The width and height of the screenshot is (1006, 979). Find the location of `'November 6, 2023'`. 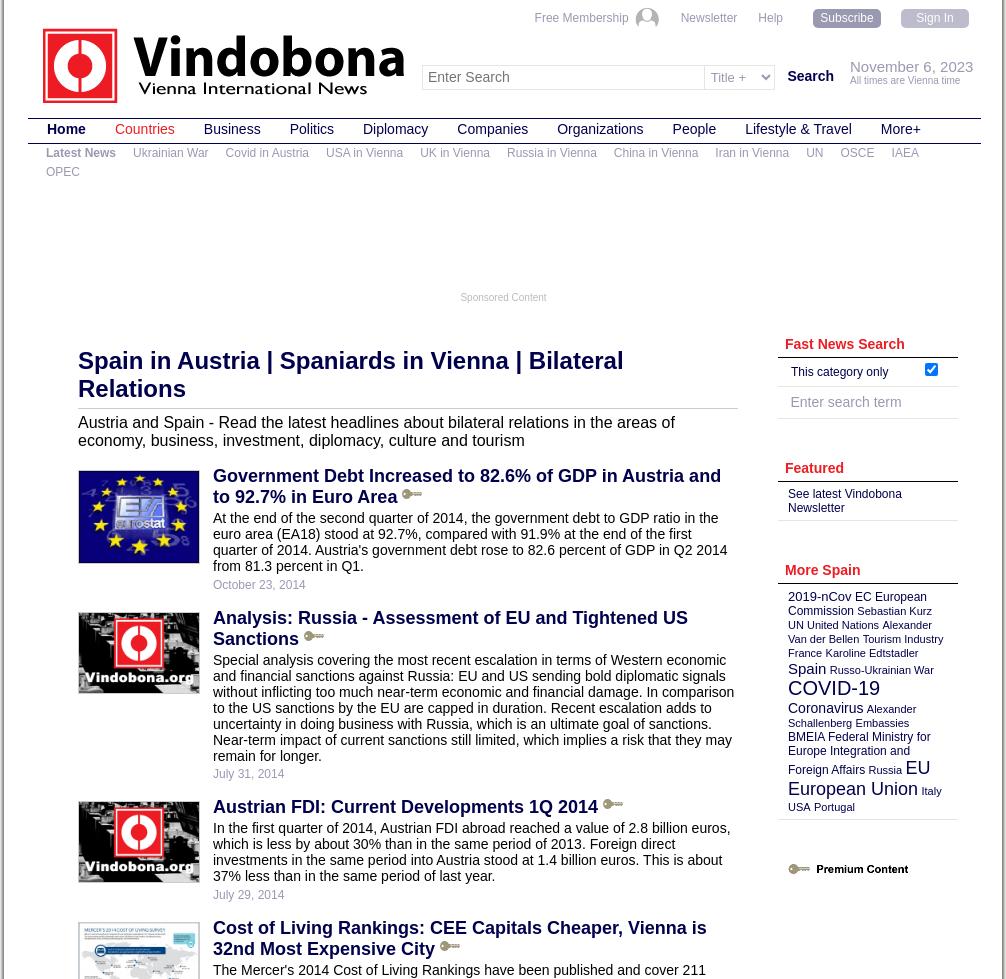

'November 6, 2023' is located at coordinates (848, 66).